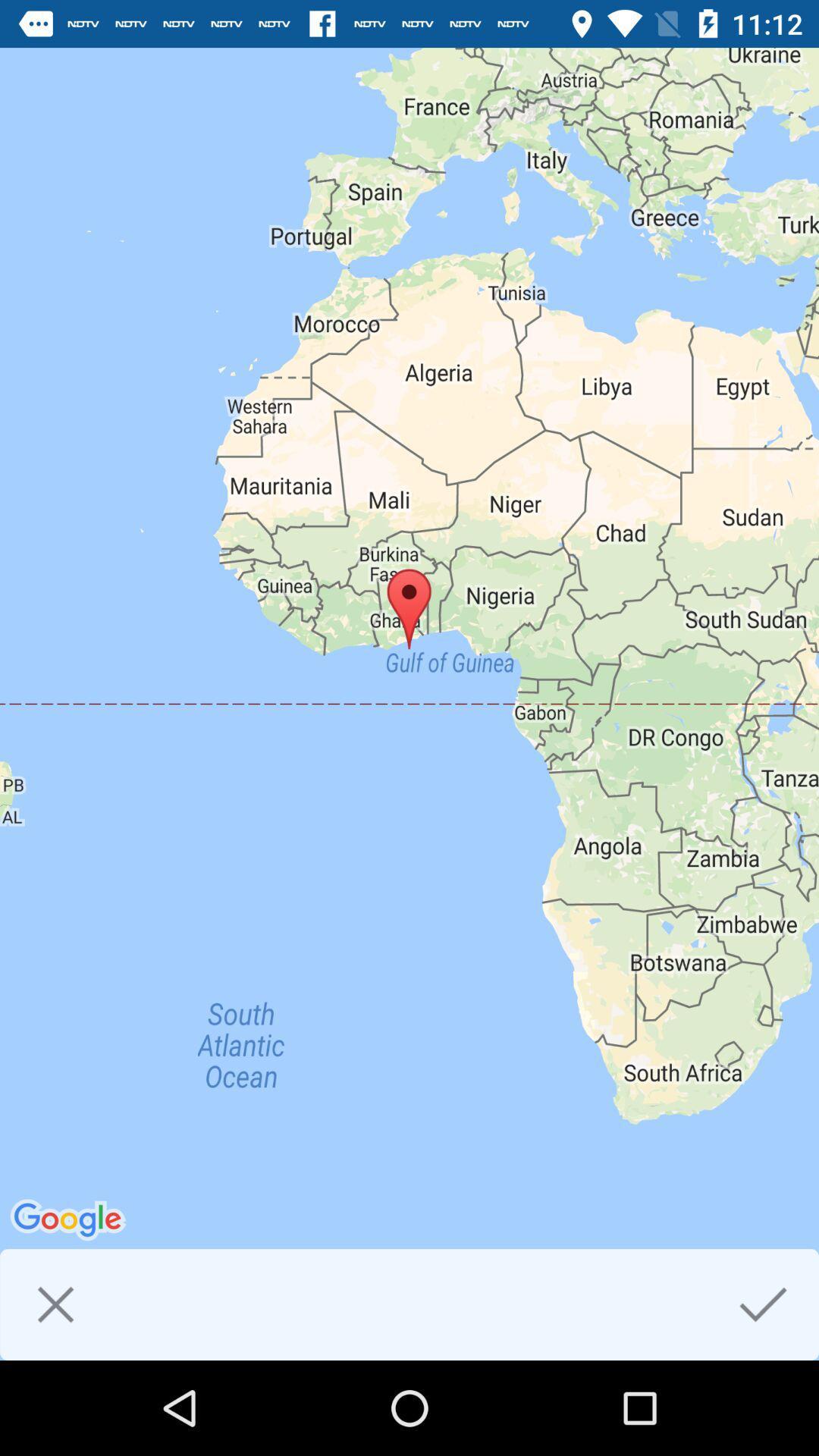  I want to click on the check icon, so click(763, 1304).